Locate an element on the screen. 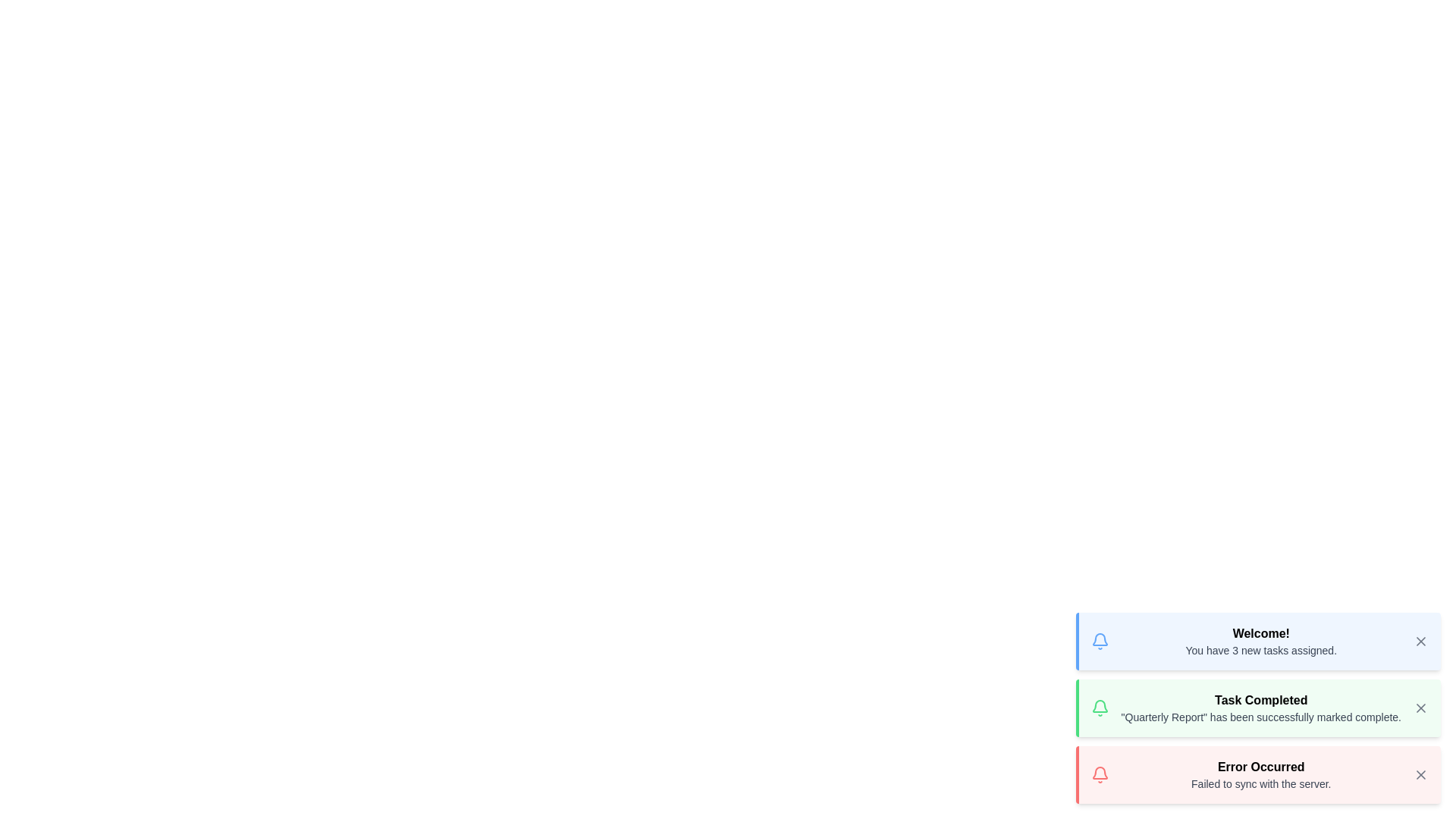  the small icon button resembling a cross ('X') located in the upper-right corner of the notification card with the text 'Task Completed' is located at coordinates (1420, 708).